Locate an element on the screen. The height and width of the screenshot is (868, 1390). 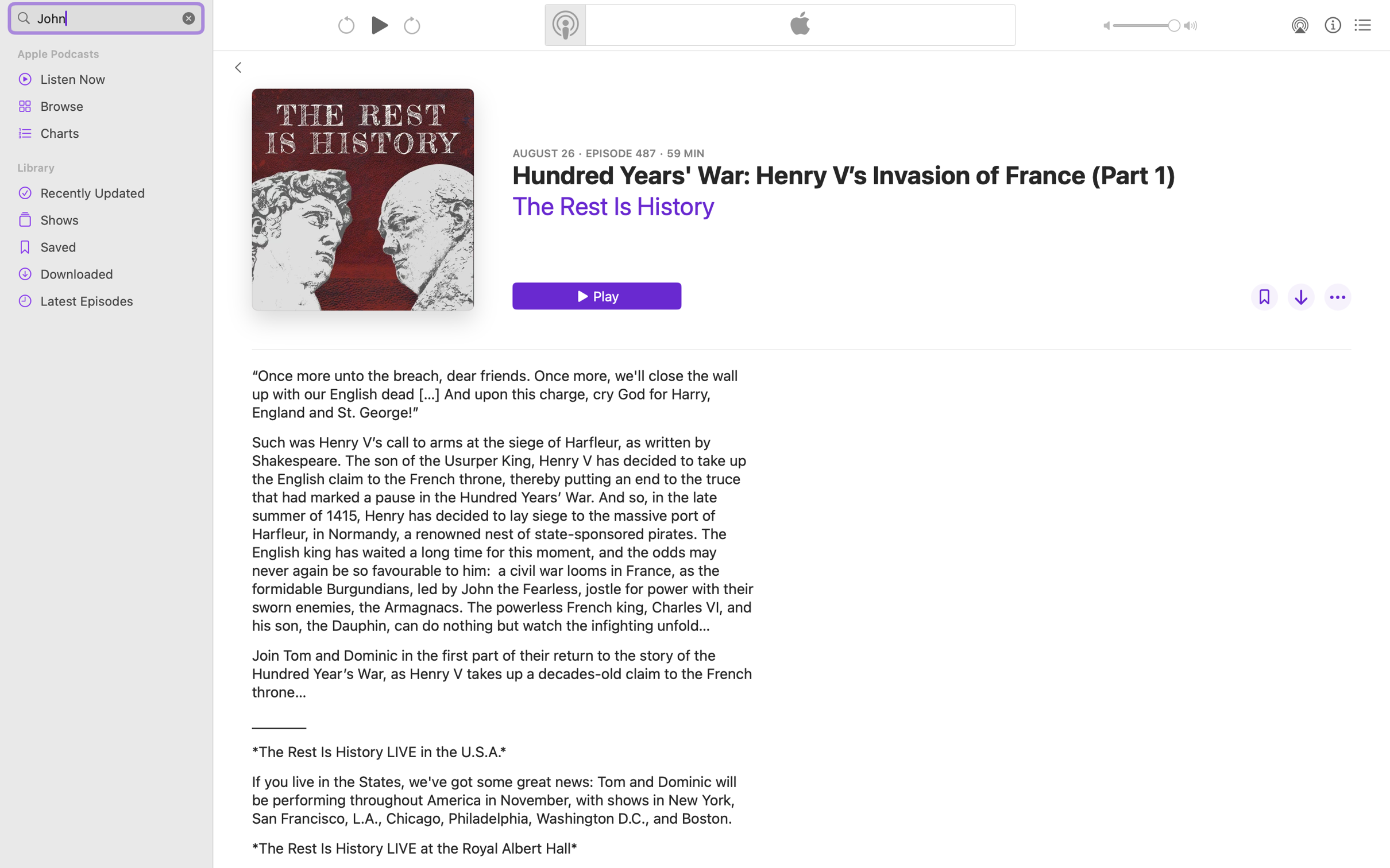
'John' is located at coordinates (106, 17).